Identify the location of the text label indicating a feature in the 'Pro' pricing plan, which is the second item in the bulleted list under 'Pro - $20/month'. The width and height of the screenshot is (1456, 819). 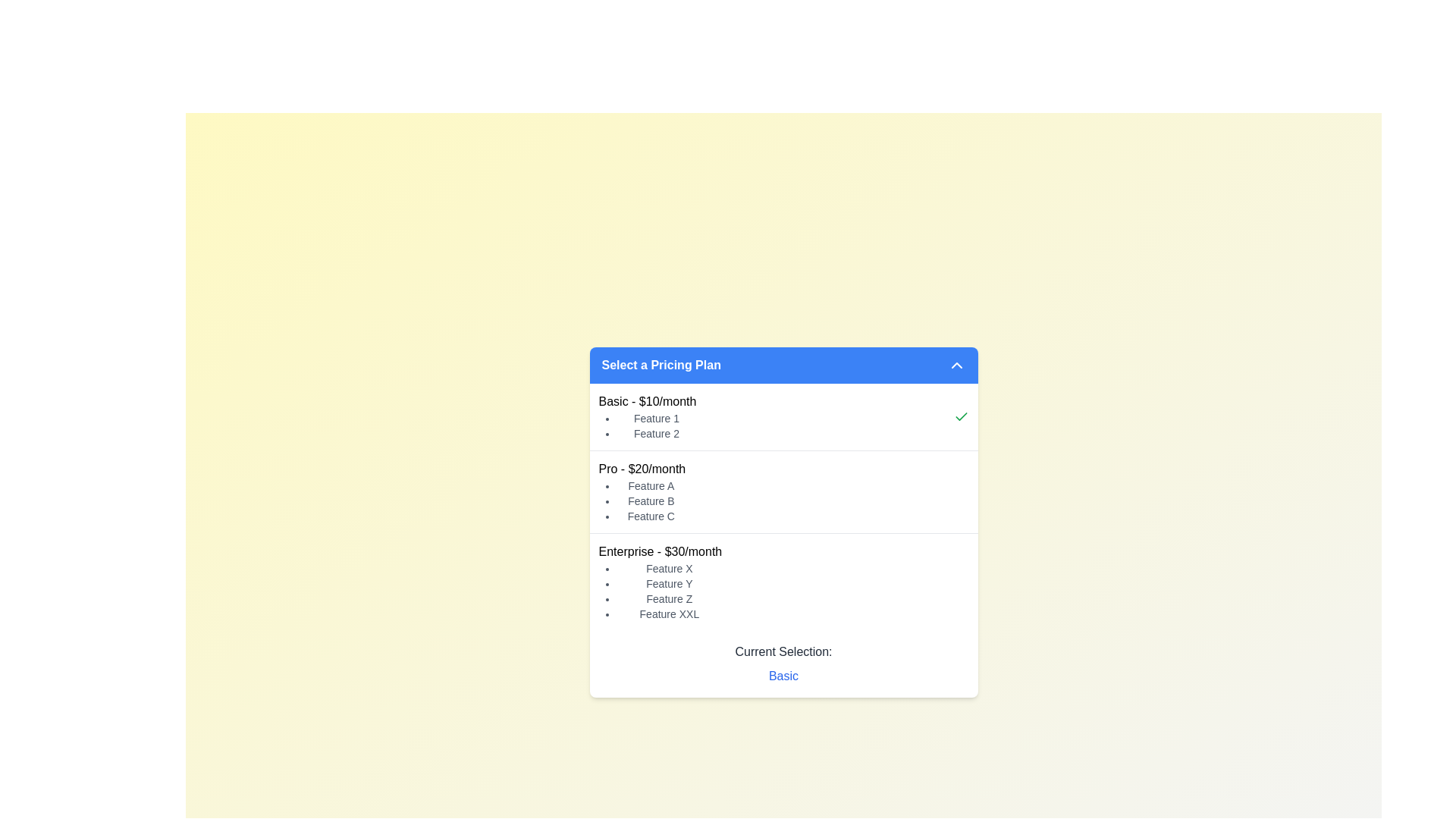
(651, 500).